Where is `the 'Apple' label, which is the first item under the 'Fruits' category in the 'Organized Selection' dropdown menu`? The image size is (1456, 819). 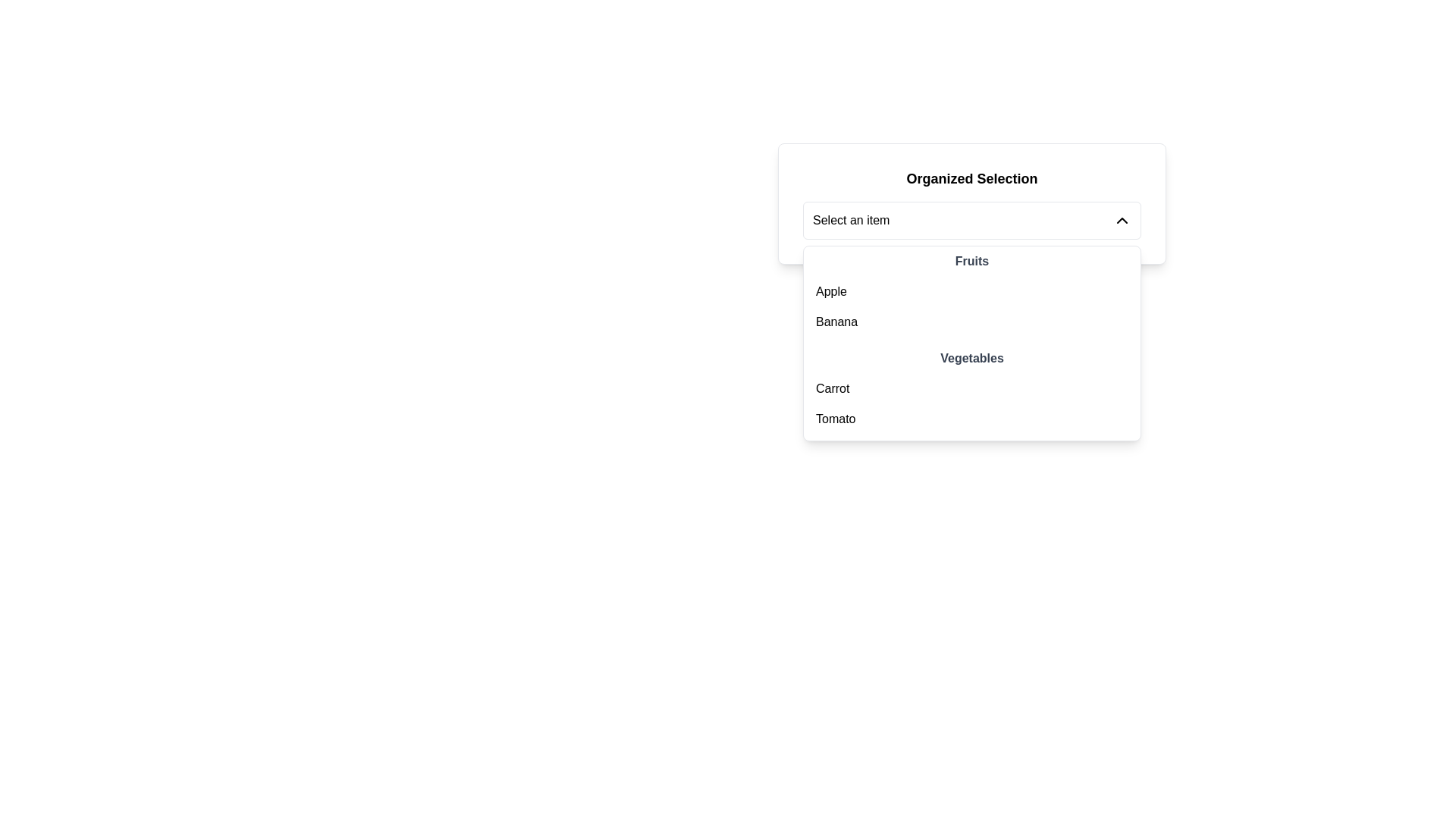 the 'Apple' label, which is the first item under the 'Fruits' category in the 'Organized Selection' dropdown menu is located at coordinates (830, 292).